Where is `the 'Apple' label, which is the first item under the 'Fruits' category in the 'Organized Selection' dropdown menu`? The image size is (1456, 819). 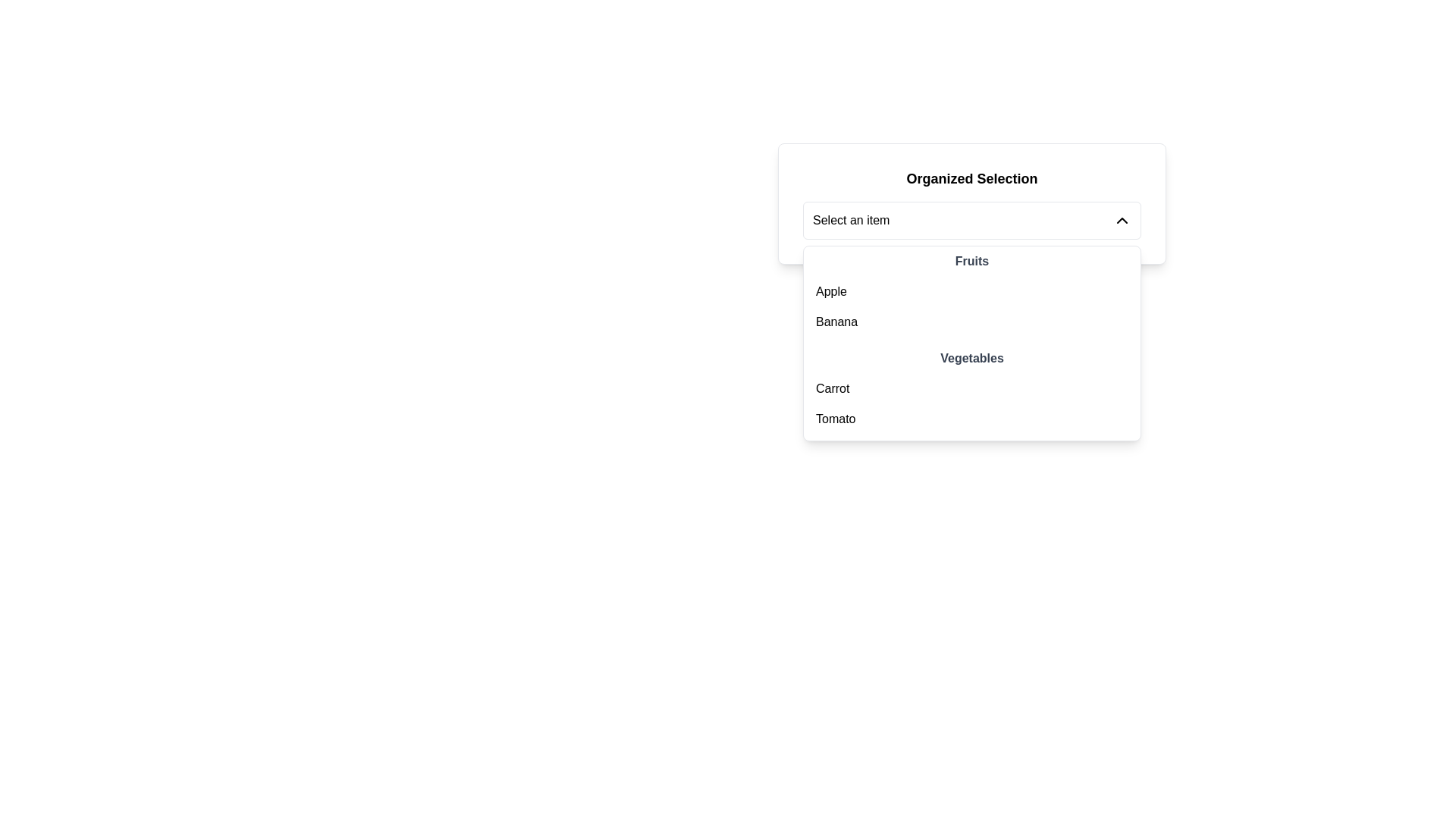 the 'Apple' label, which is the first item under the 'Fruits' category in the 'Organized Selection' dropdown menu is located at coordinates (830, 292).